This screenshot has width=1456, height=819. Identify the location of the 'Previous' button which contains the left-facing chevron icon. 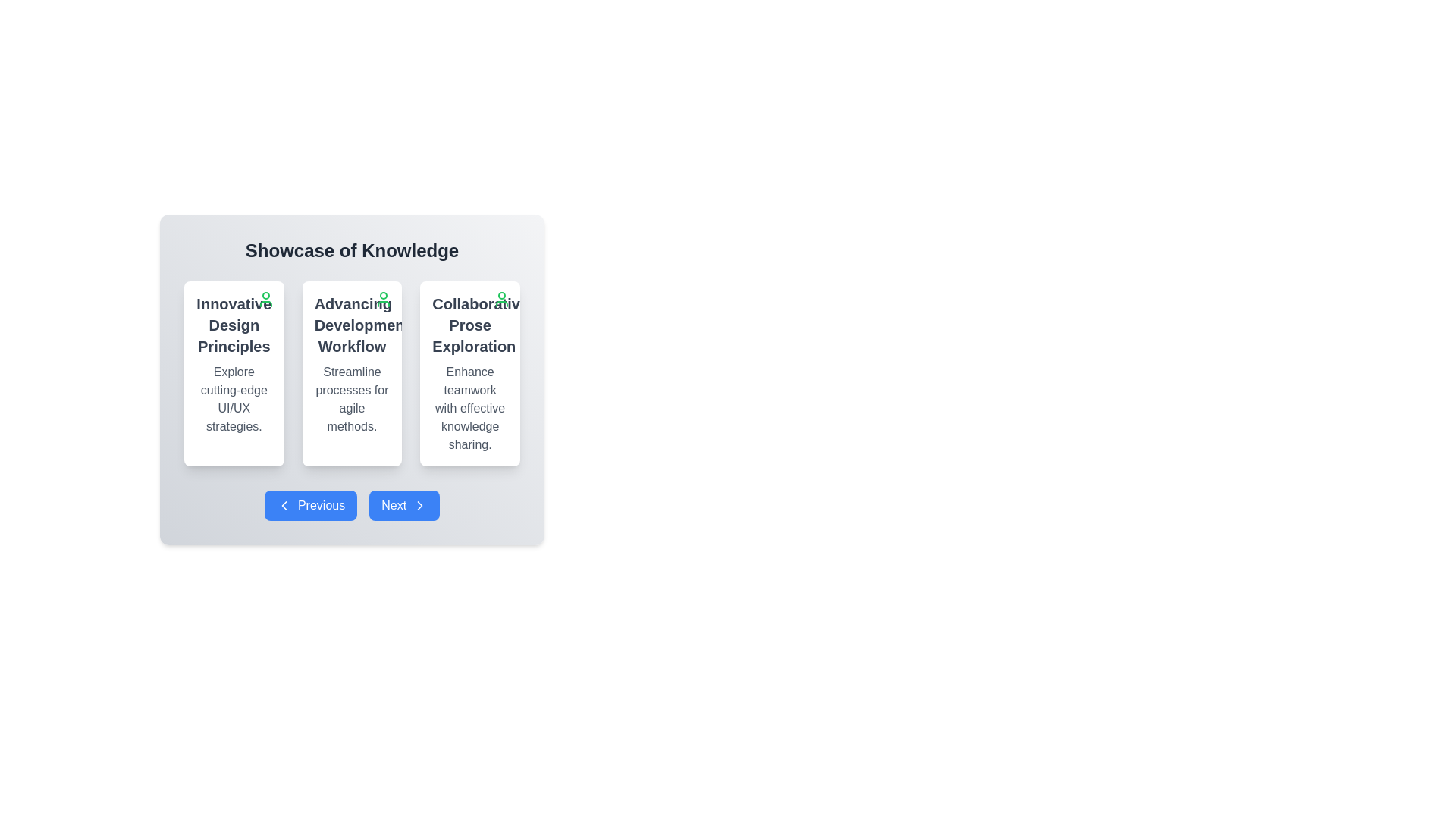
(284, 506).